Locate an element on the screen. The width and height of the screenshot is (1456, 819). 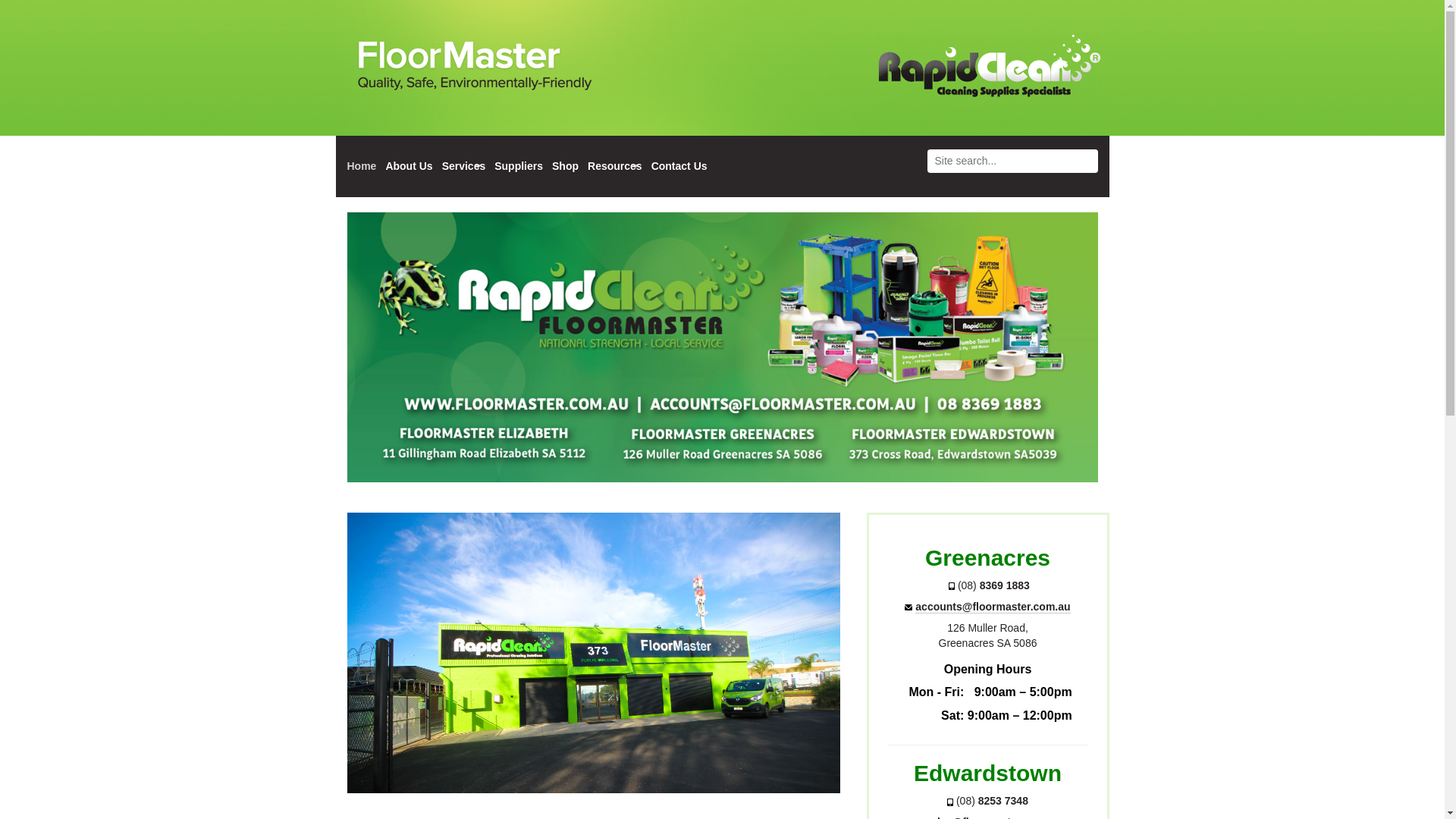
'About Us' is located at coordinates (408, 166).